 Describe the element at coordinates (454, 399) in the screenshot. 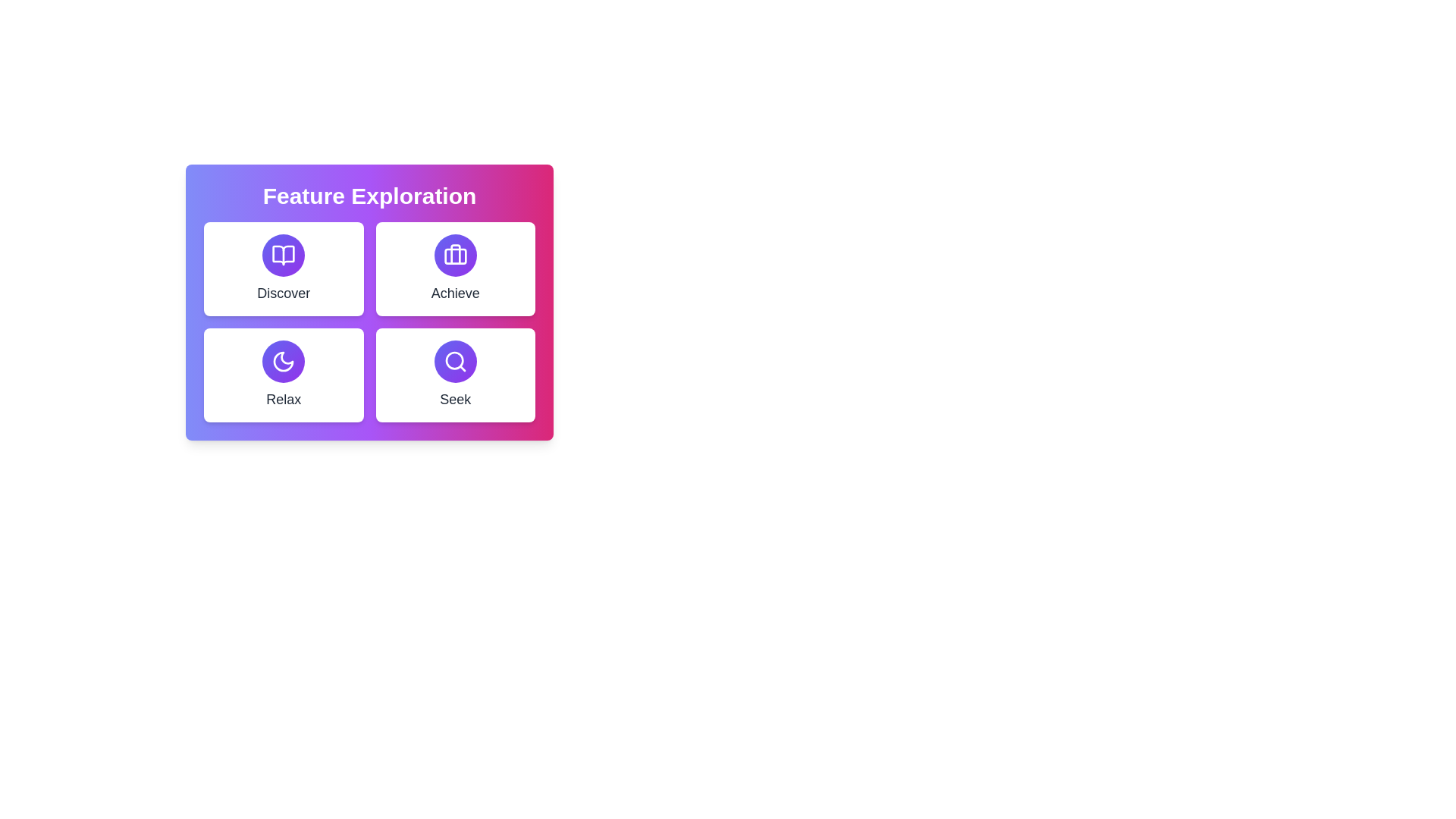

I see `static text label displaying 'Seek', located in the bottom-right quadrant of a grid layout beneath a magnifying glass icon` at that location.